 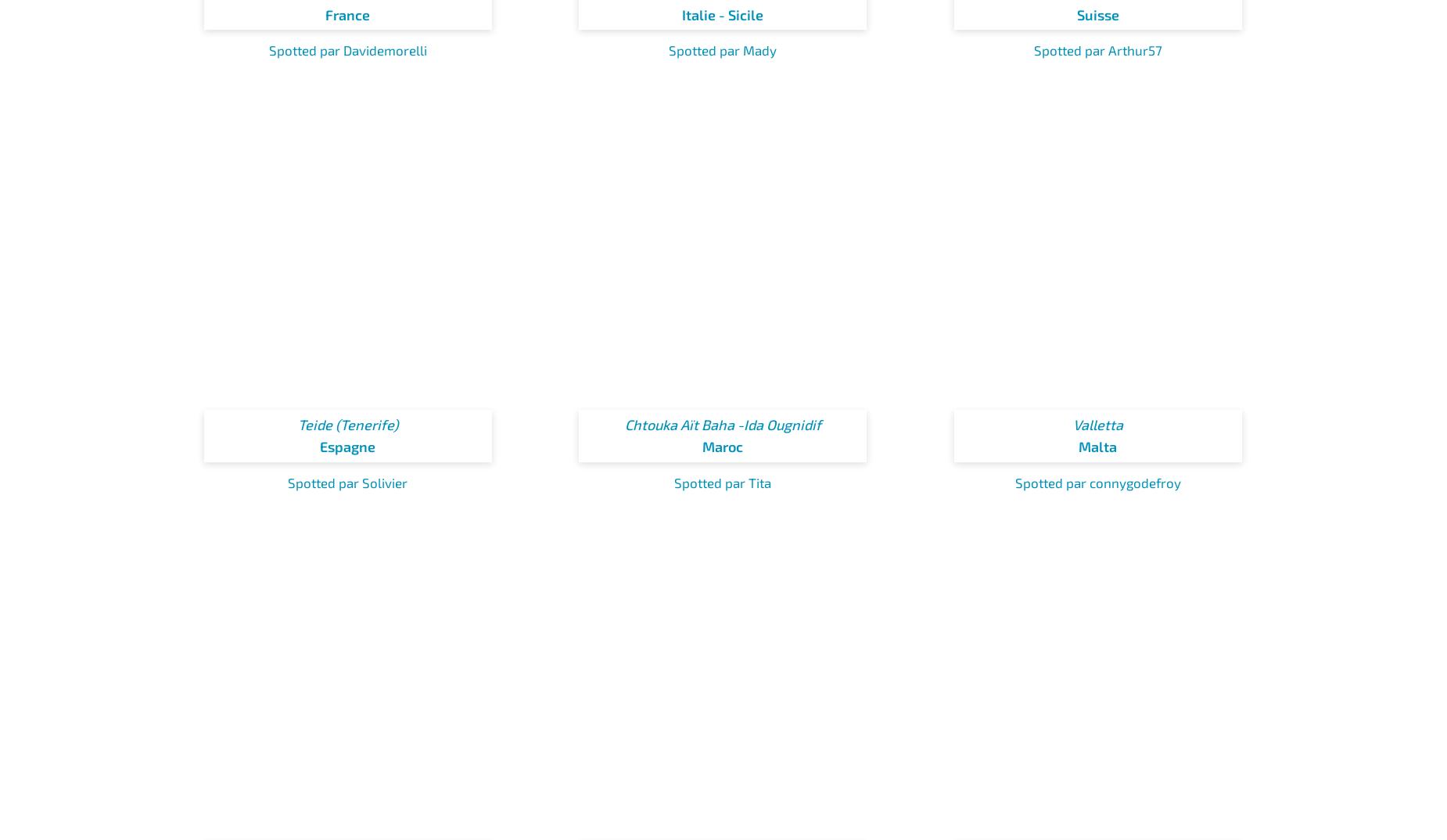 What do you see at coordinates (1097, 483) in the screenshot?
I see `'Spotted par connygodefroy'` at bounding box center [1097, 483].